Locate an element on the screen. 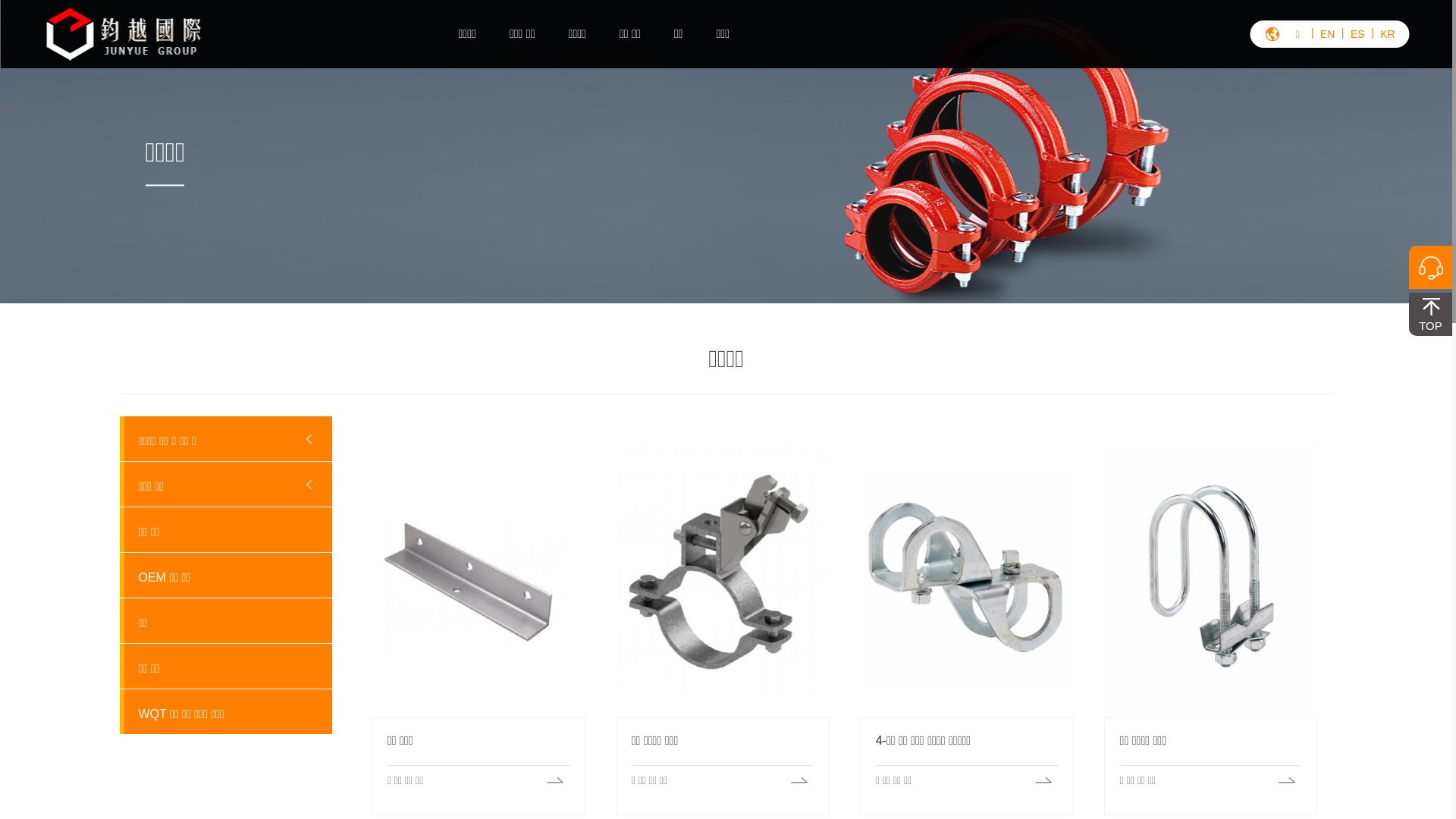  'ENTER' is located at coordinates (1374, 85).